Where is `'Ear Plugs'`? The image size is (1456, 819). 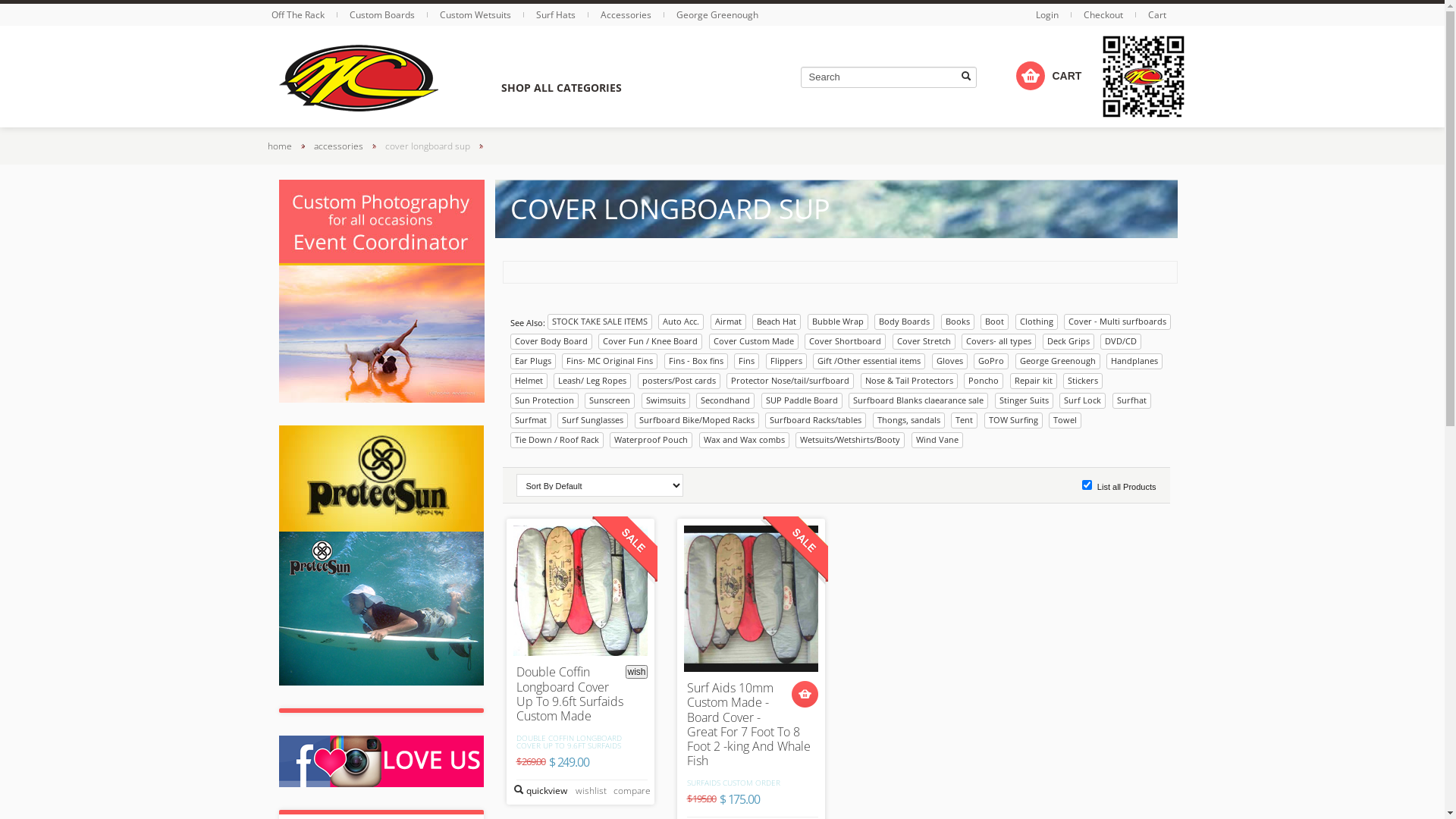 'Ear Plugs' is located at coordinates (532, 361).